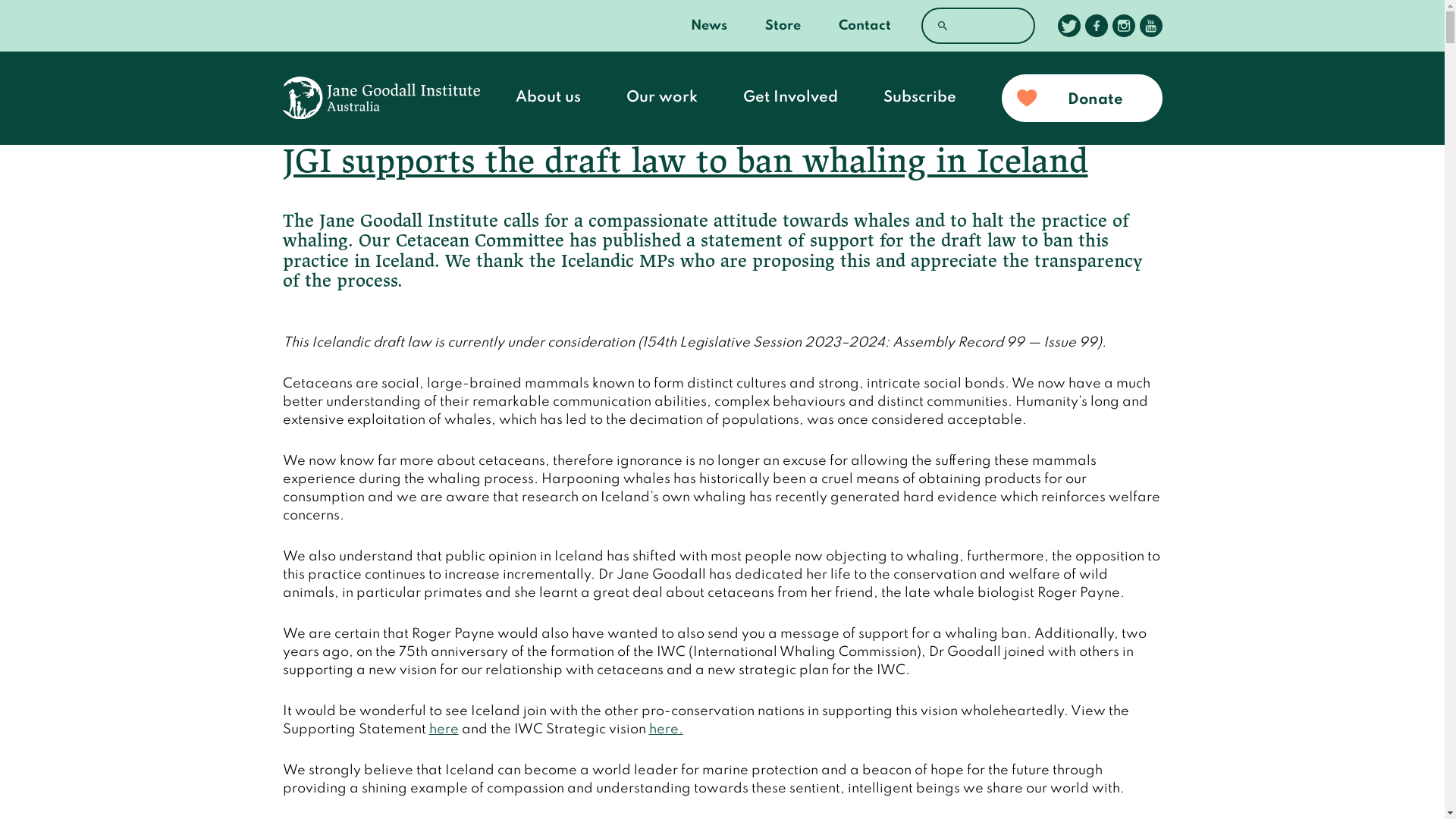  I want to click on 'News', so click(708, 26).